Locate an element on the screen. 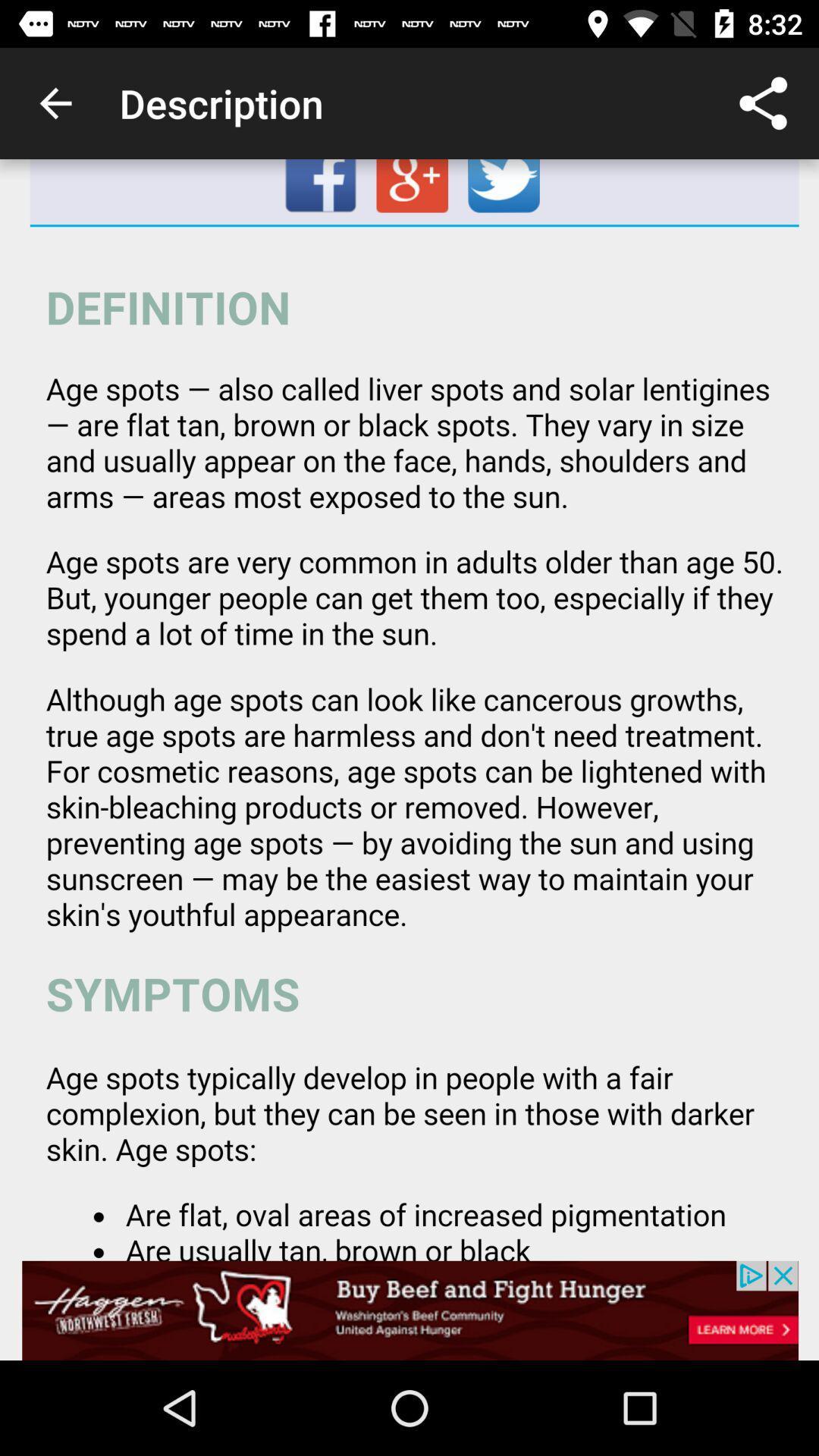  twitter is located at coordinates (506, 191).